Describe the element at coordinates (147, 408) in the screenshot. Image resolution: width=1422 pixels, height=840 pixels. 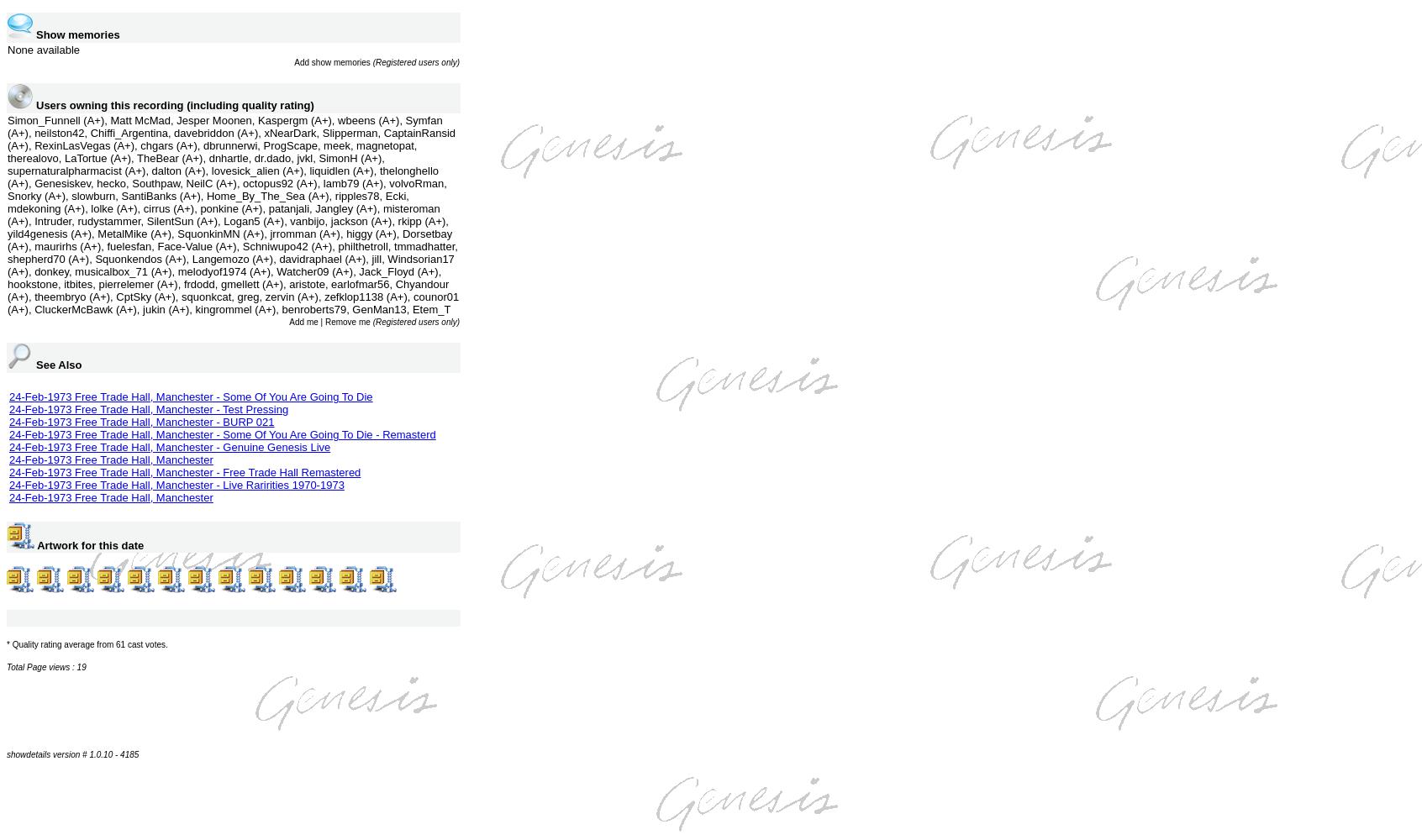
I see `'24-Feb-1973 Free Trade Hall, Manchester - Test Pressing'` at that location.